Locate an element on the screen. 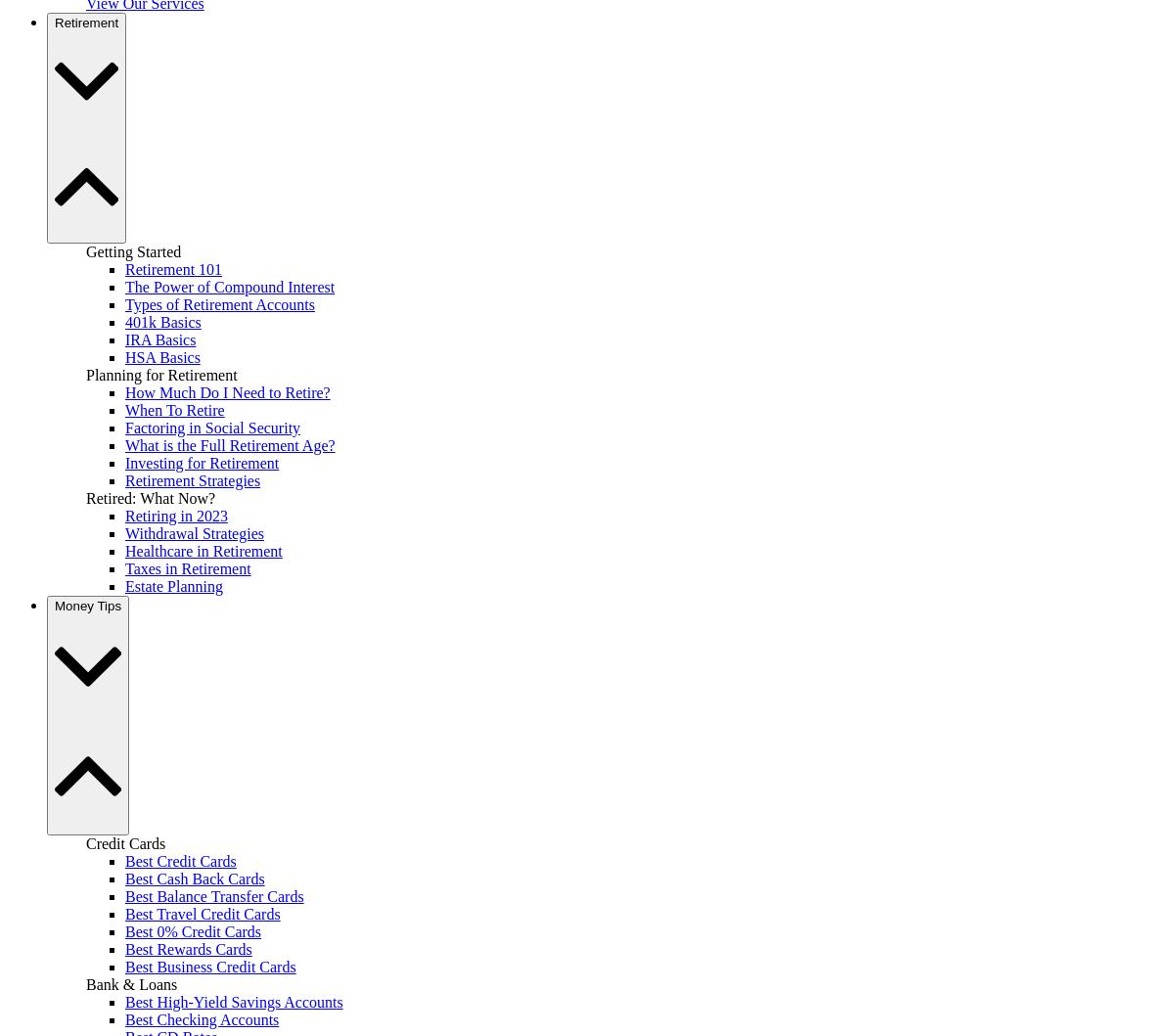  'Money Tips' is located at coordinates (88, 604).